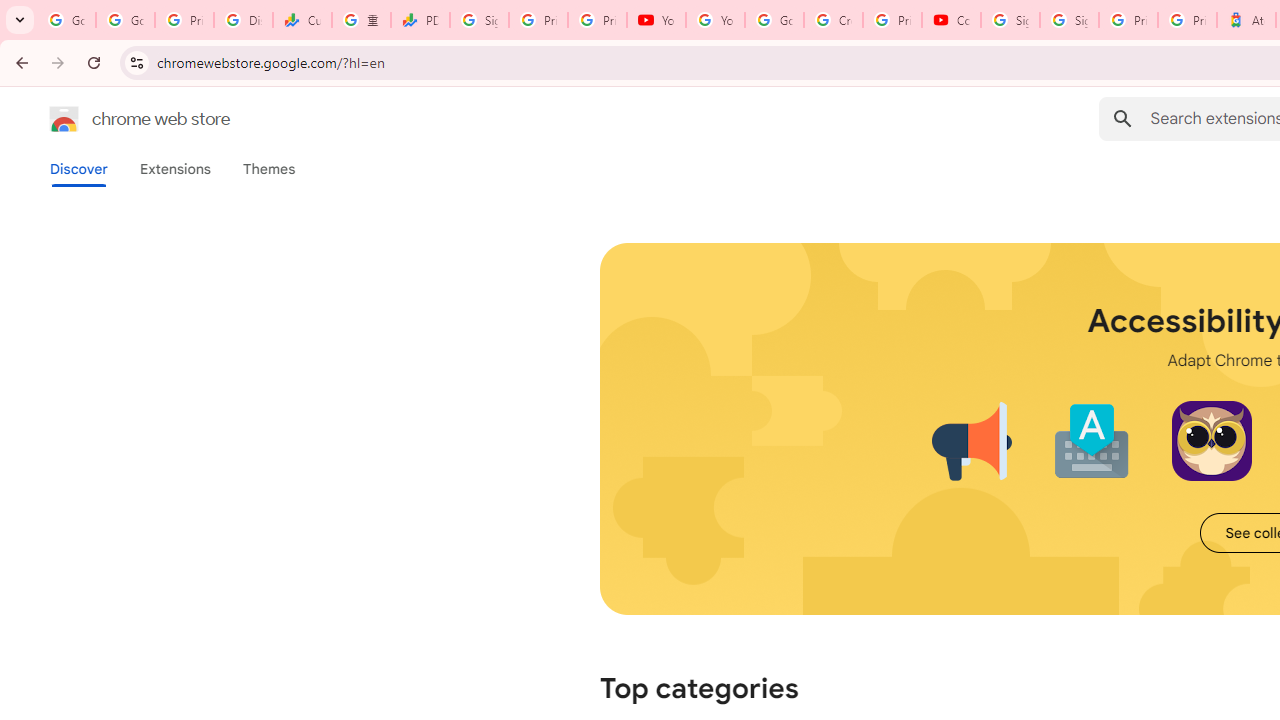 The width and height of the screenshot is (1280, 720). Describe the element at coordinates (64, 119) in the screenshot. I see `'Chrome Web Store logo'` at that location.